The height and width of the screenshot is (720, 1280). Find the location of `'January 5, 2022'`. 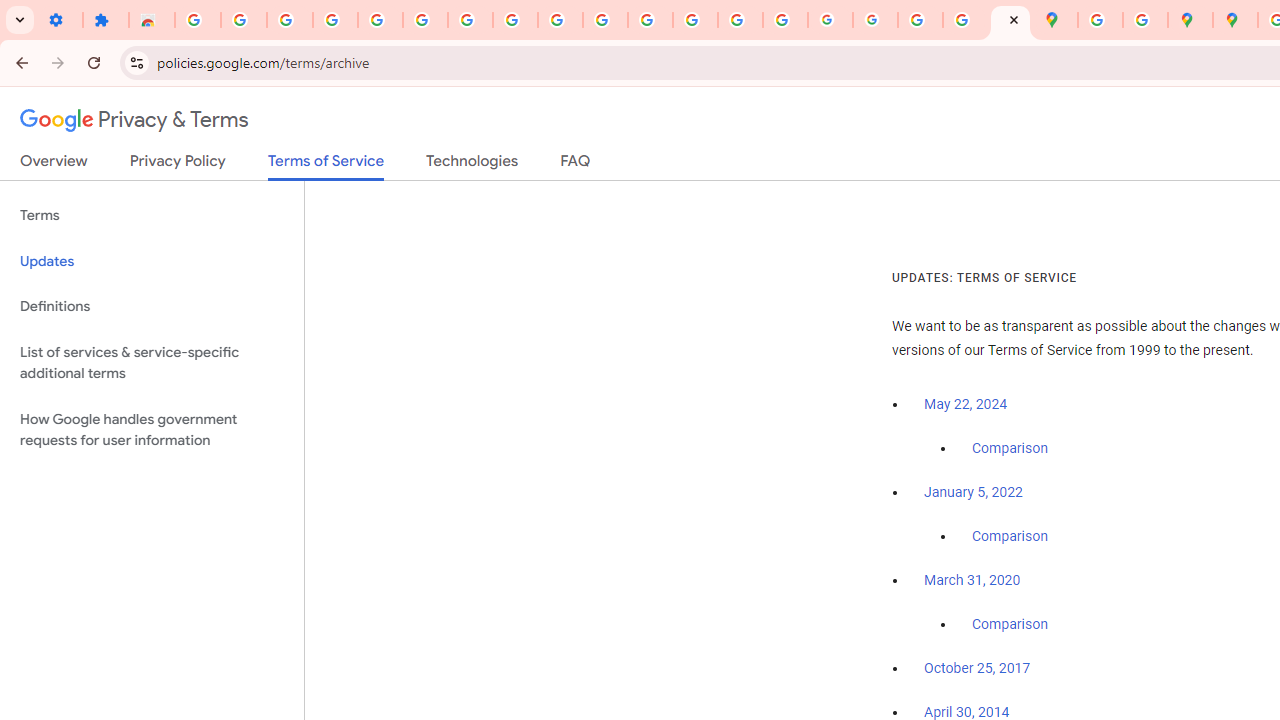

'January 5, 2022' is located at coordinates (973, 492).